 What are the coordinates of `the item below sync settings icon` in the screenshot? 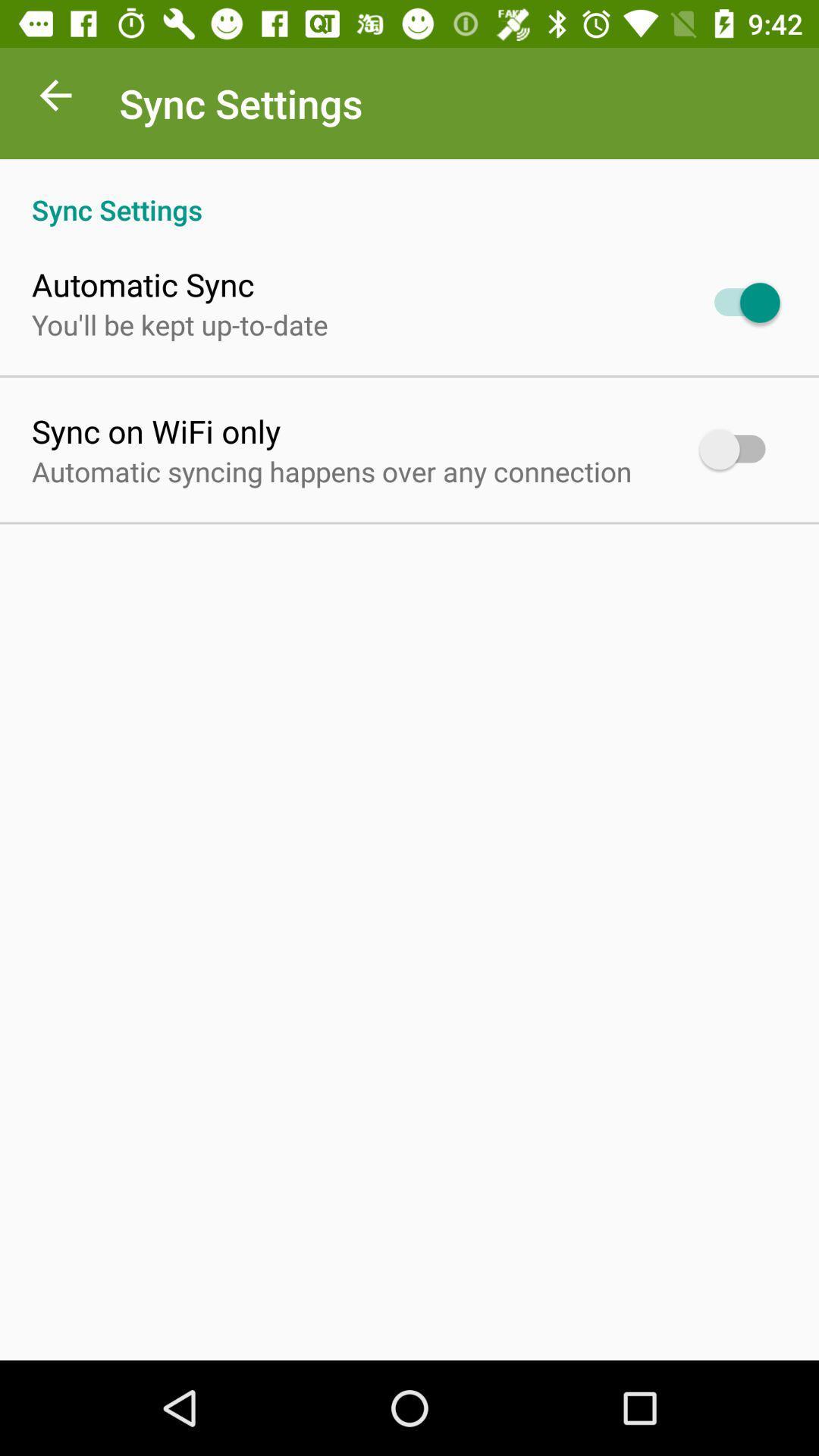 It's located at (143, 284).